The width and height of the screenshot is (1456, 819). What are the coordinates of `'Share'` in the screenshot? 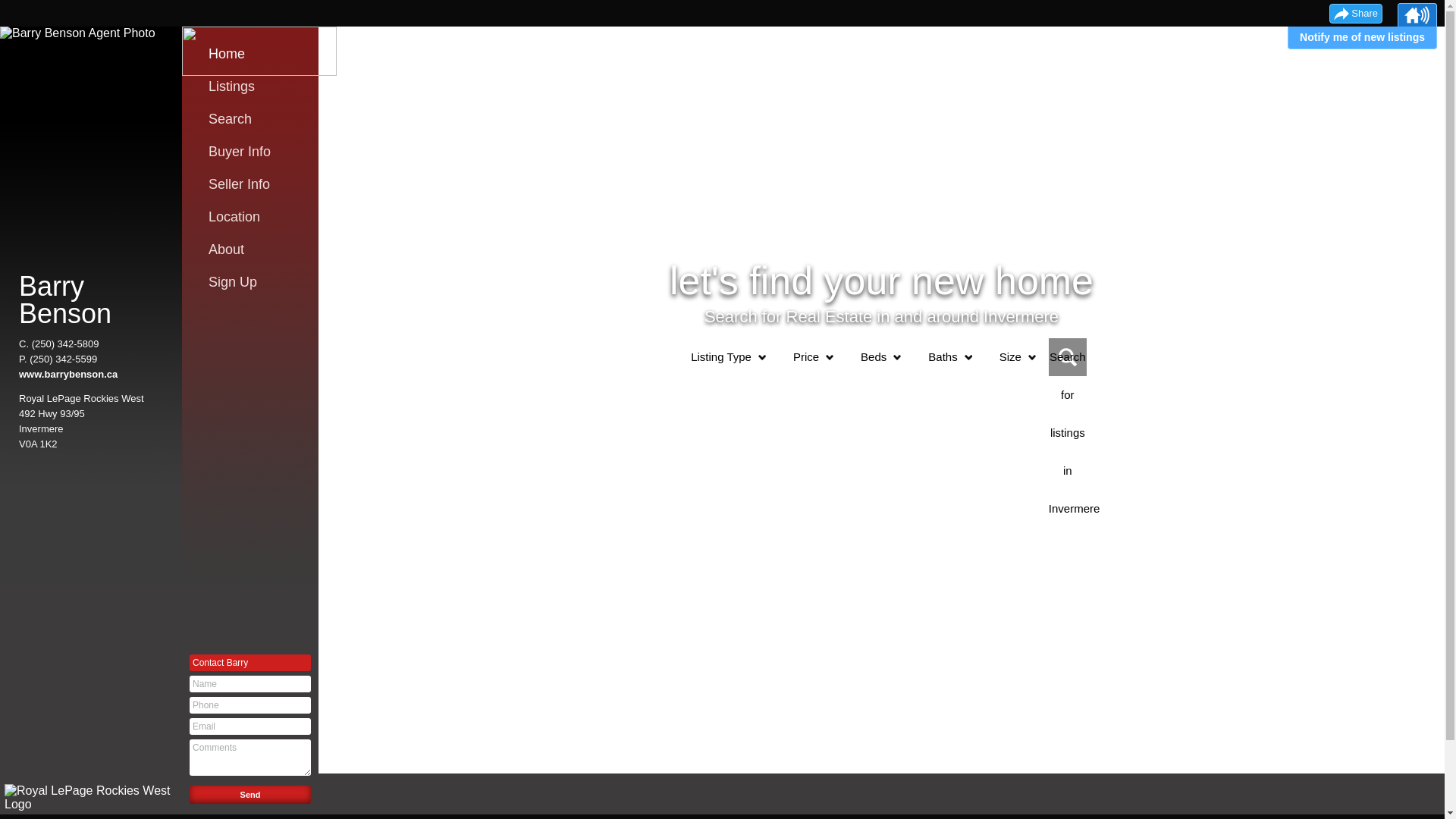 It's located at (1355, 14).